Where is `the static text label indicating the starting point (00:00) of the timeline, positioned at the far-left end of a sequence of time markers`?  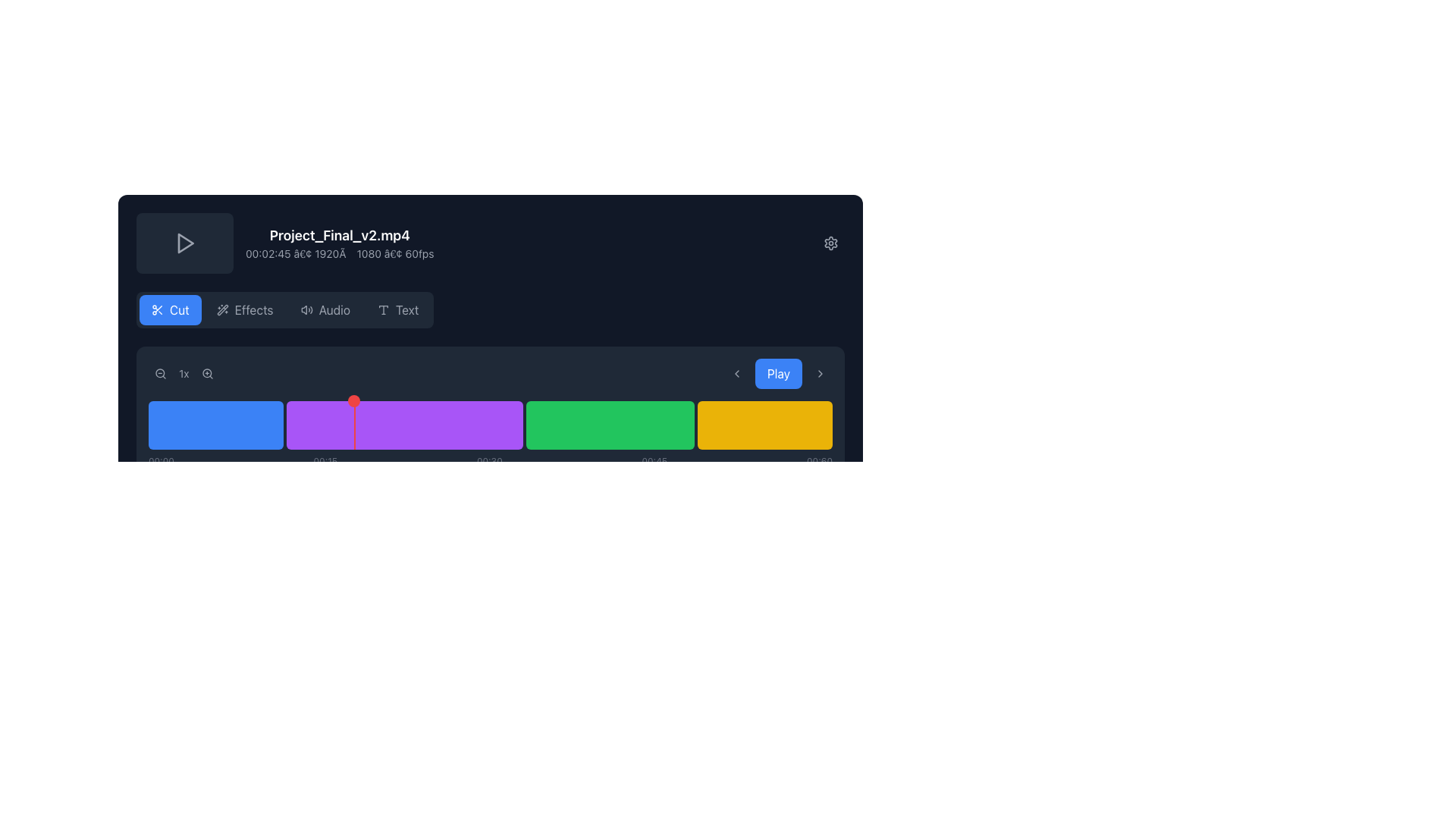 the static text label indicating the starting point (00:00) of the timeline, positioned at the far-left end of a sequence of time markers is located at coordinates (161, 461).